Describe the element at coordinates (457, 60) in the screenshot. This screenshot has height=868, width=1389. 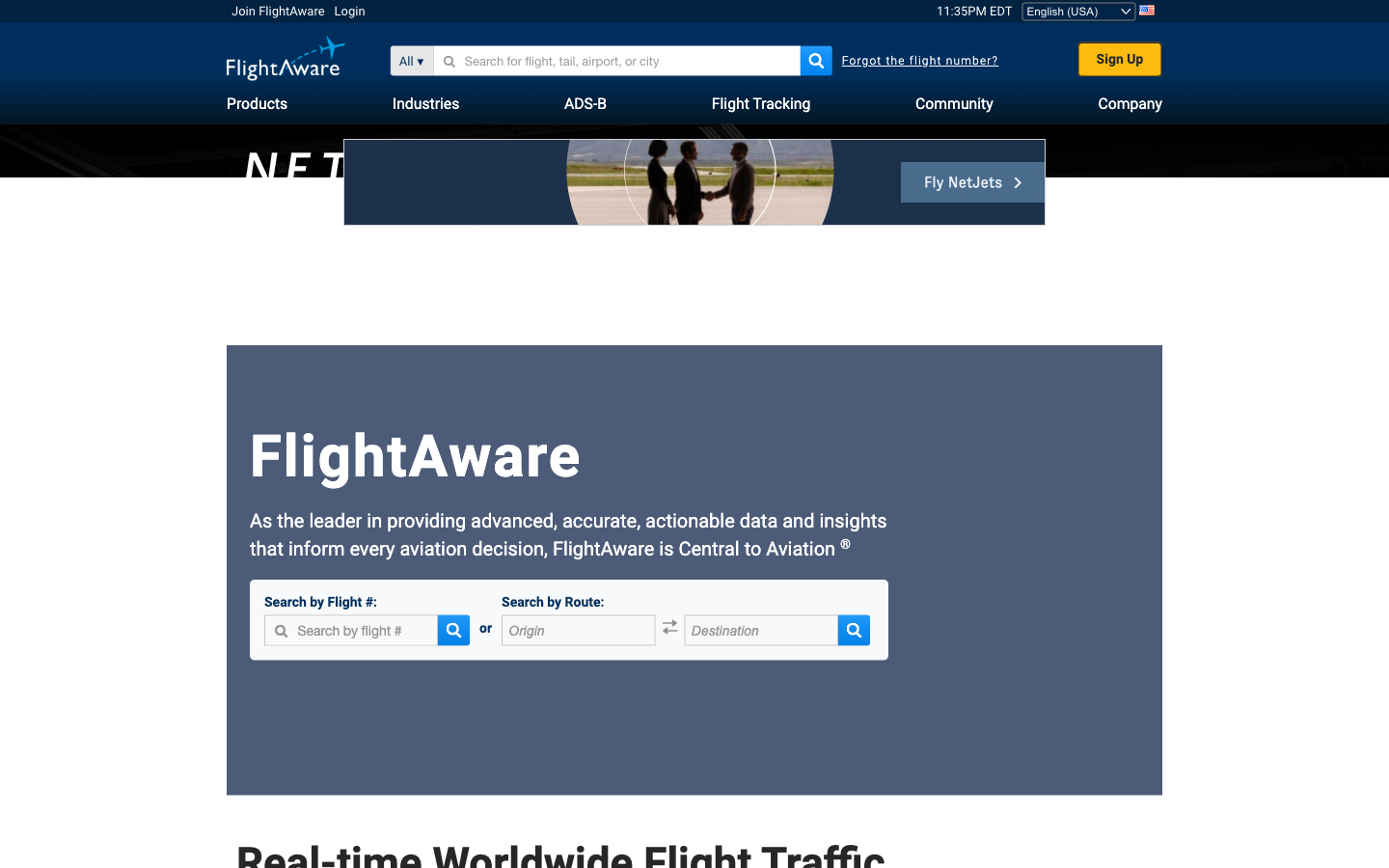
I see `Click the second suggestion in the search options` at that location.